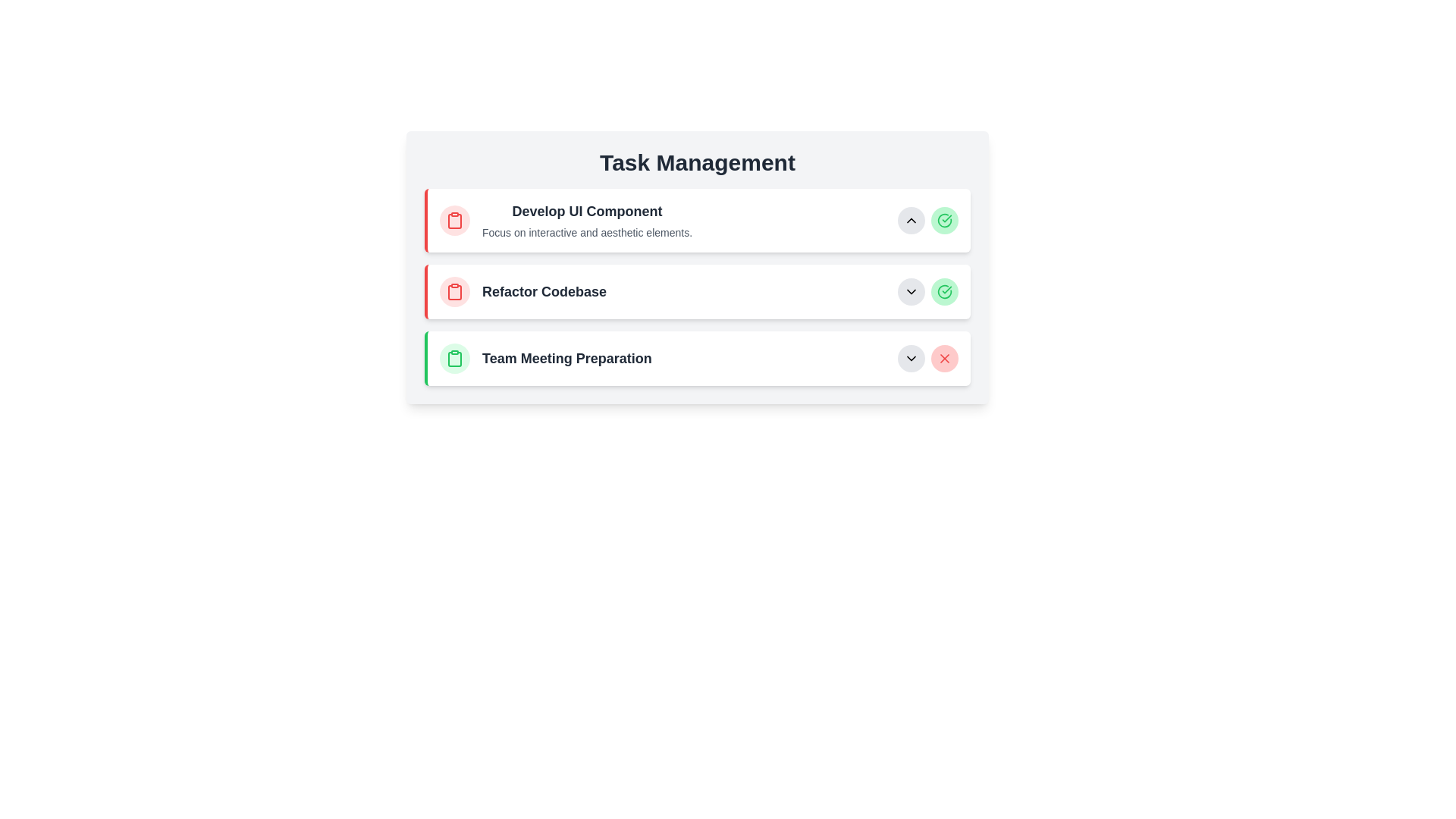 The width and height of the screenshot is (1456, 819). What do you see at coordinates (454, 359) in the screenshot?
I see `the green circular icon button with a clipboard icon that is positioned to the left of the 'Team Meeting Preparation' text in the third entry of the list` at bounding box center [454, 359].